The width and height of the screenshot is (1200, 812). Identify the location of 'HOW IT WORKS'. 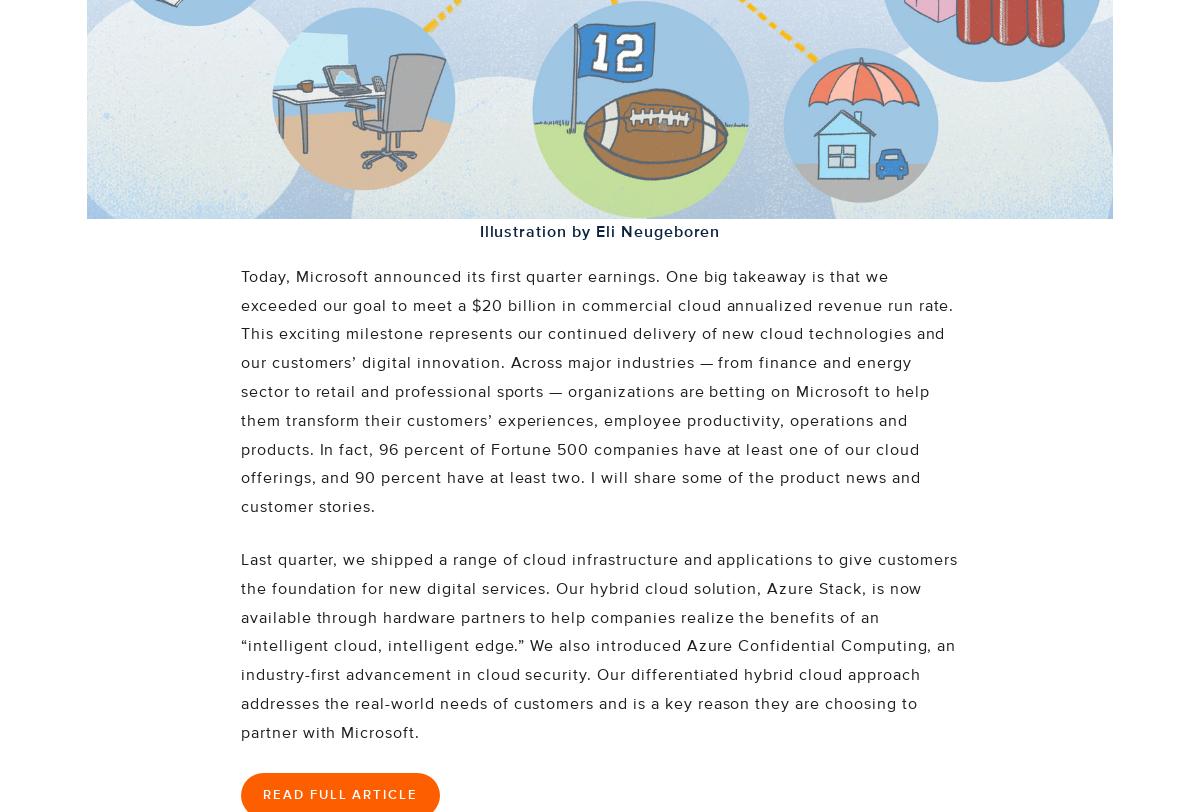
(140, 143).